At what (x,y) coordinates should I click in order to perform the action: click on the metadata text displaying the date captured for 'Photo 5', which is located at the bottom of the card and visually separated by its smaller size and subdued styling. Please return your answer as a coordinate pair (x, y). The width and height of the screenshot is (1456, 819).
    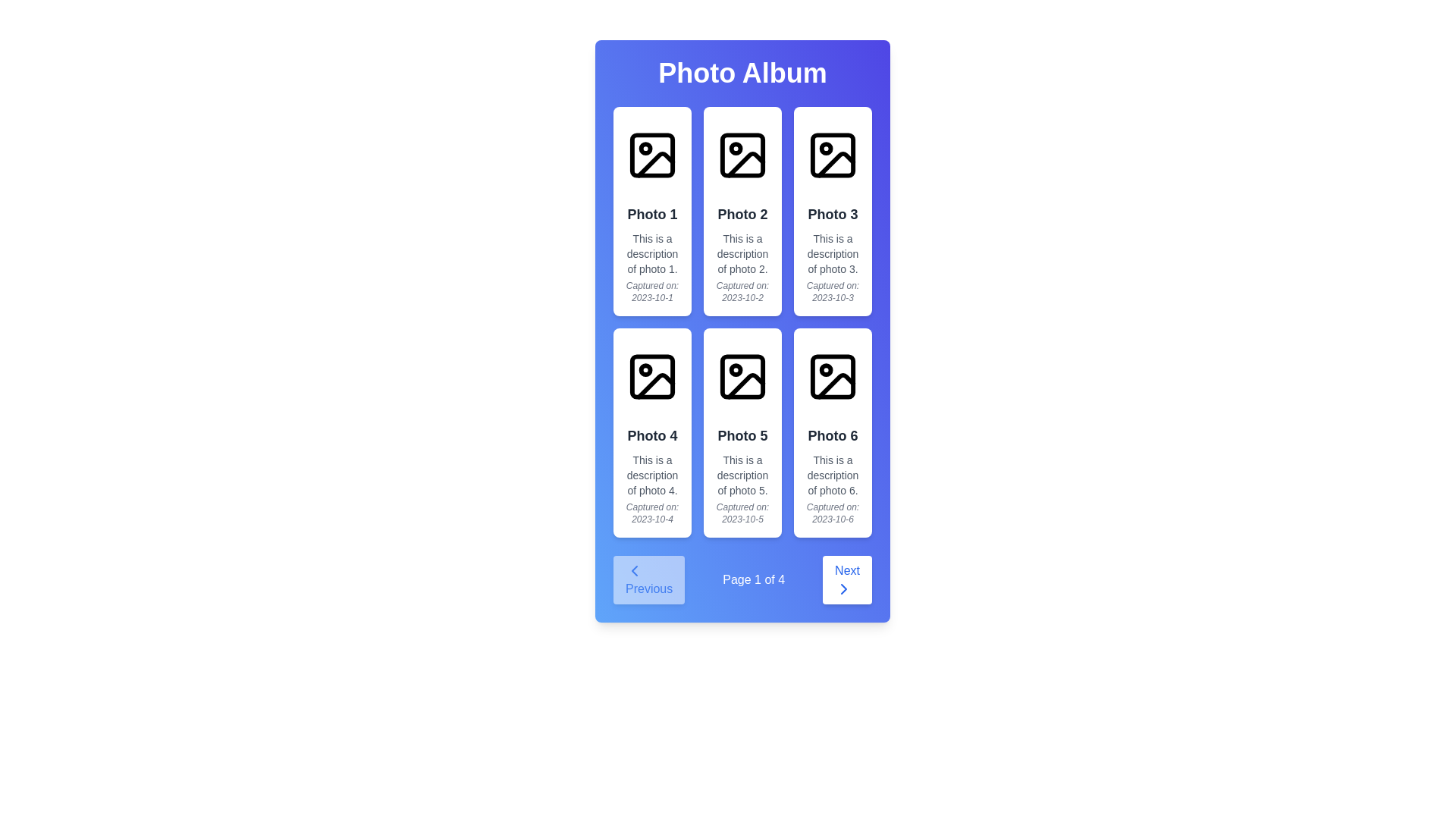
    Looking at the image, I should click on (742, 513).